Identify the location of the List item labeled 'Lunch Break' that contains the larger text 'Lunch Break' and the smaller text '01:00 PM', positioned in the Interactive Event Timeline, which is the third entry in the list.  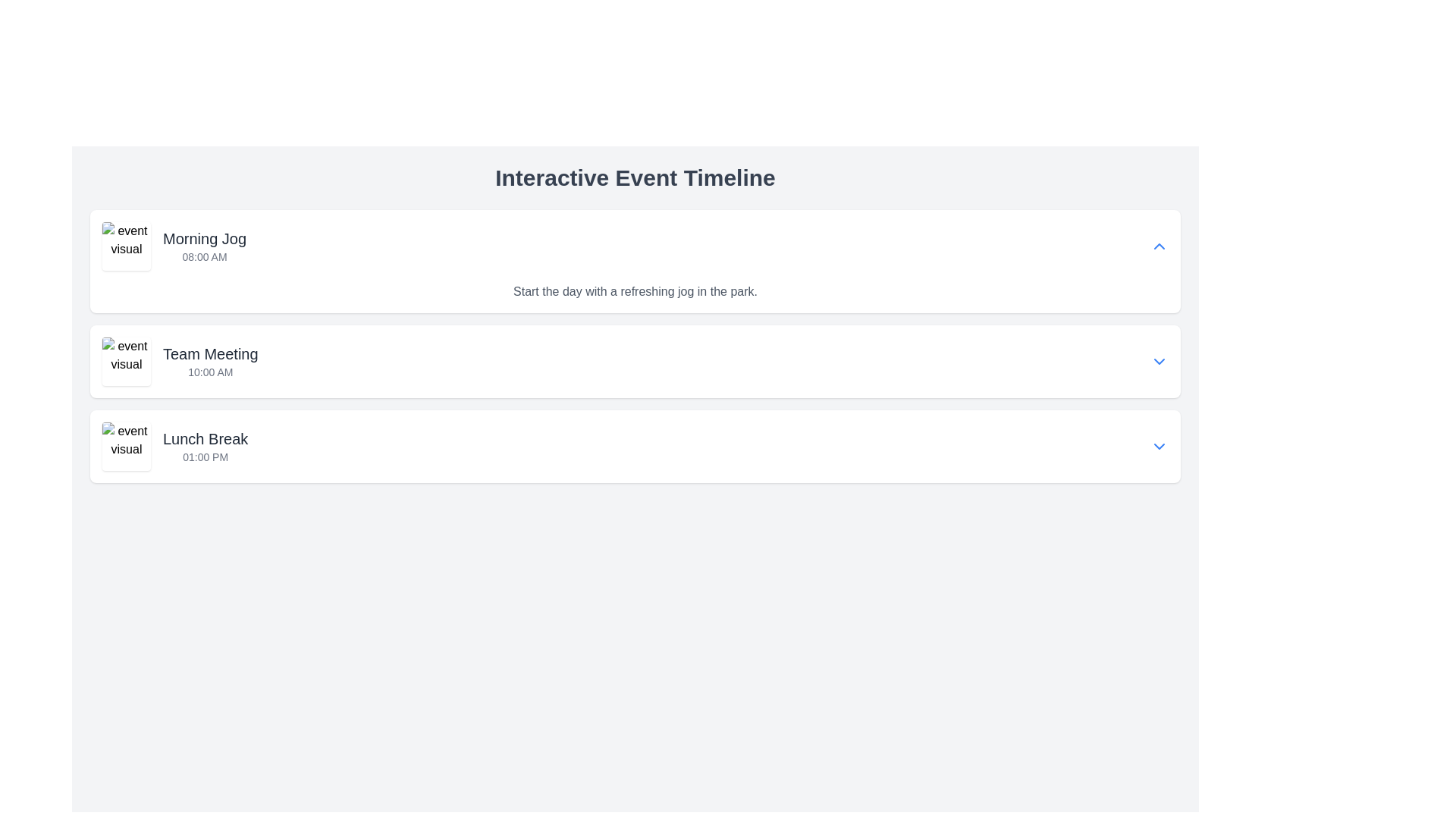
(175, 446).